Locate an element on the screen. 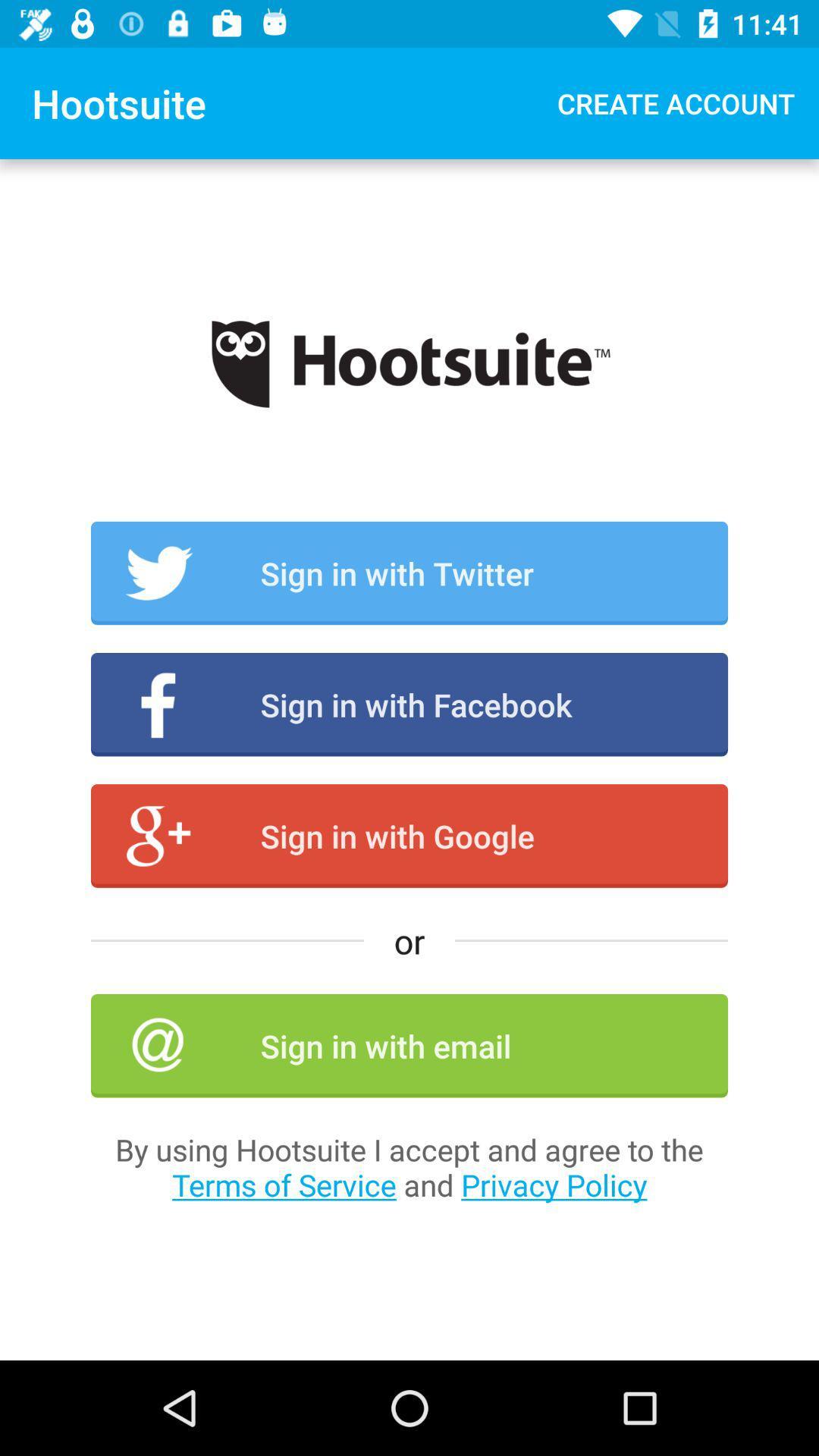  the item at the top right corner is located at coordinates (675, 102).